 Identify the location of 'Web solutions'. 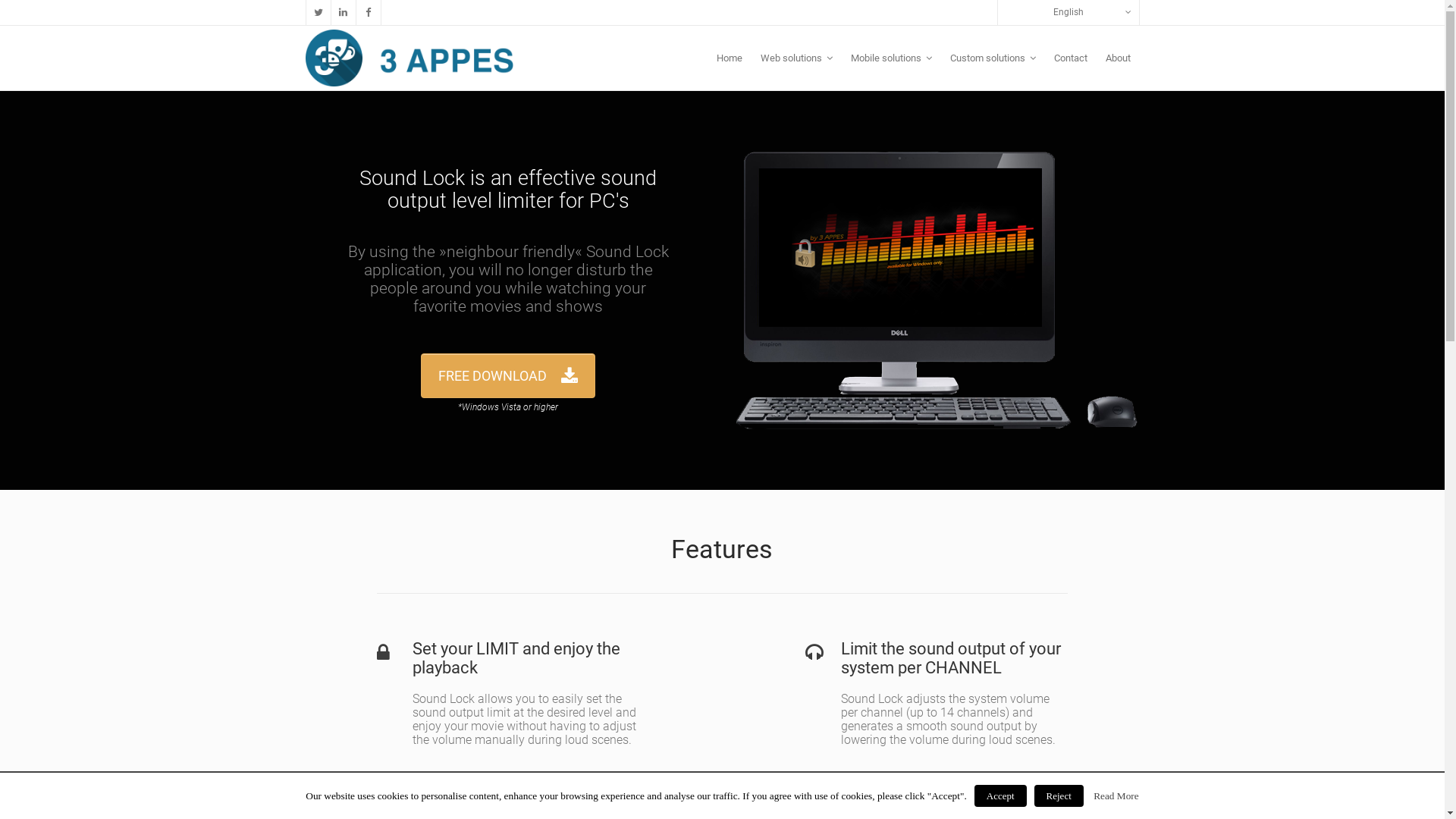
(795, 57).